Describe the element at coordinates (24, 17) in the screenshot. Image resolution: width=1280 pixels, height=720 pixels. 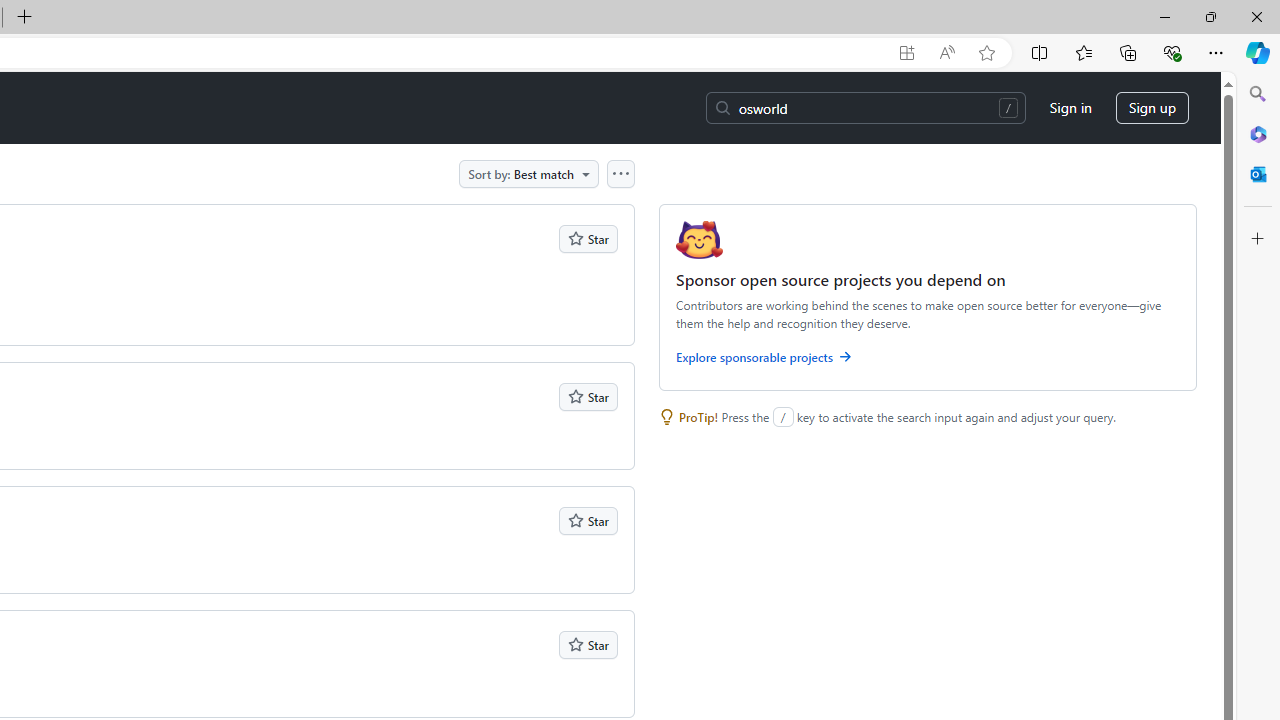
I see `'New Tab'` at that location.